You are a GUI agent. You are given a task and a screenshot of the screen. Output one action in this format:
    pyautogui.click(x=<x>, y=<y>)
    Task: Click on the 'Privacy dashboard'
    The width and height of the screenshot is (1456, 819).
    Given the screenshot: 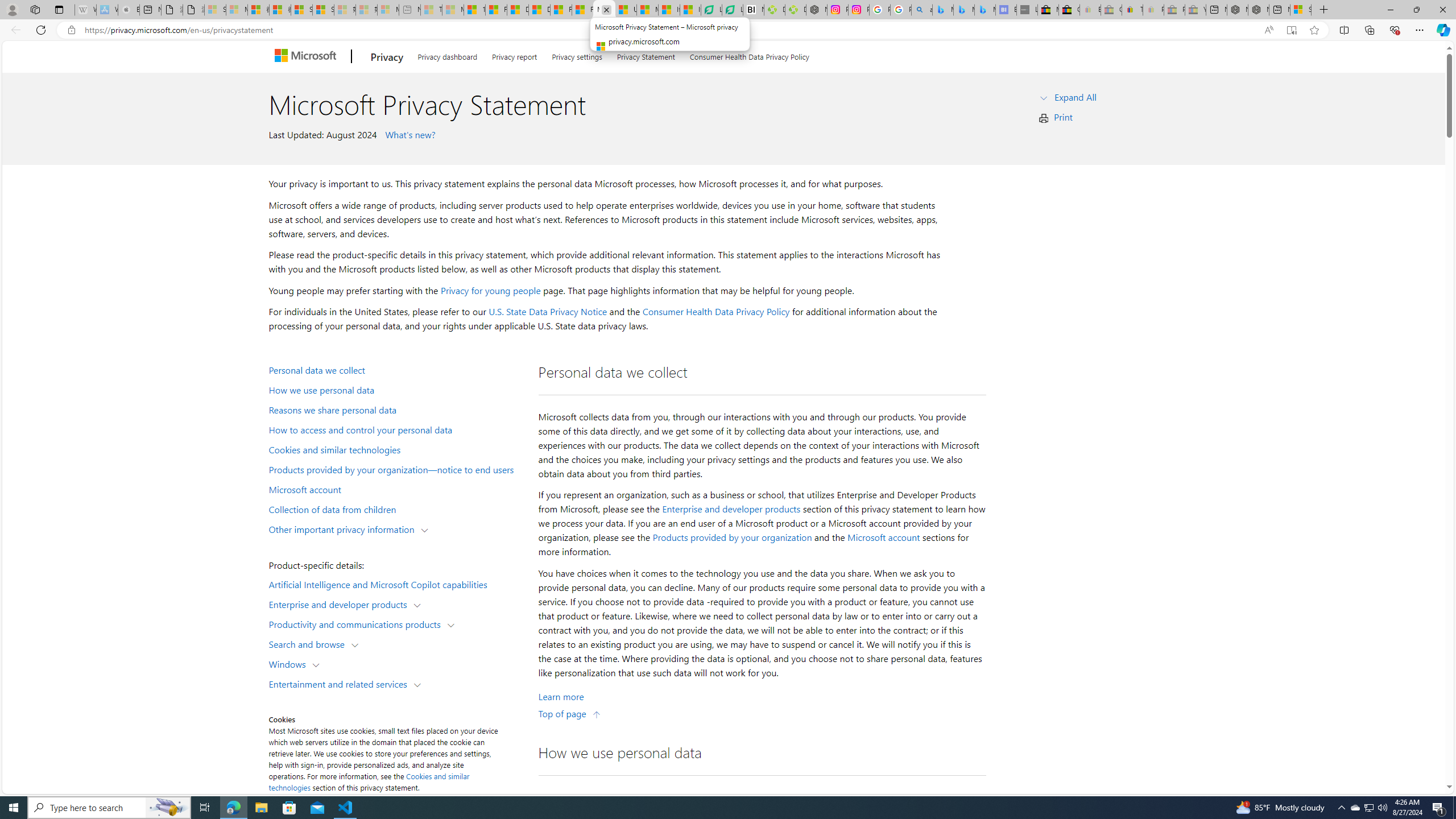 What is the action you would take?
    pyautogui.click(x=447, y=54)
    